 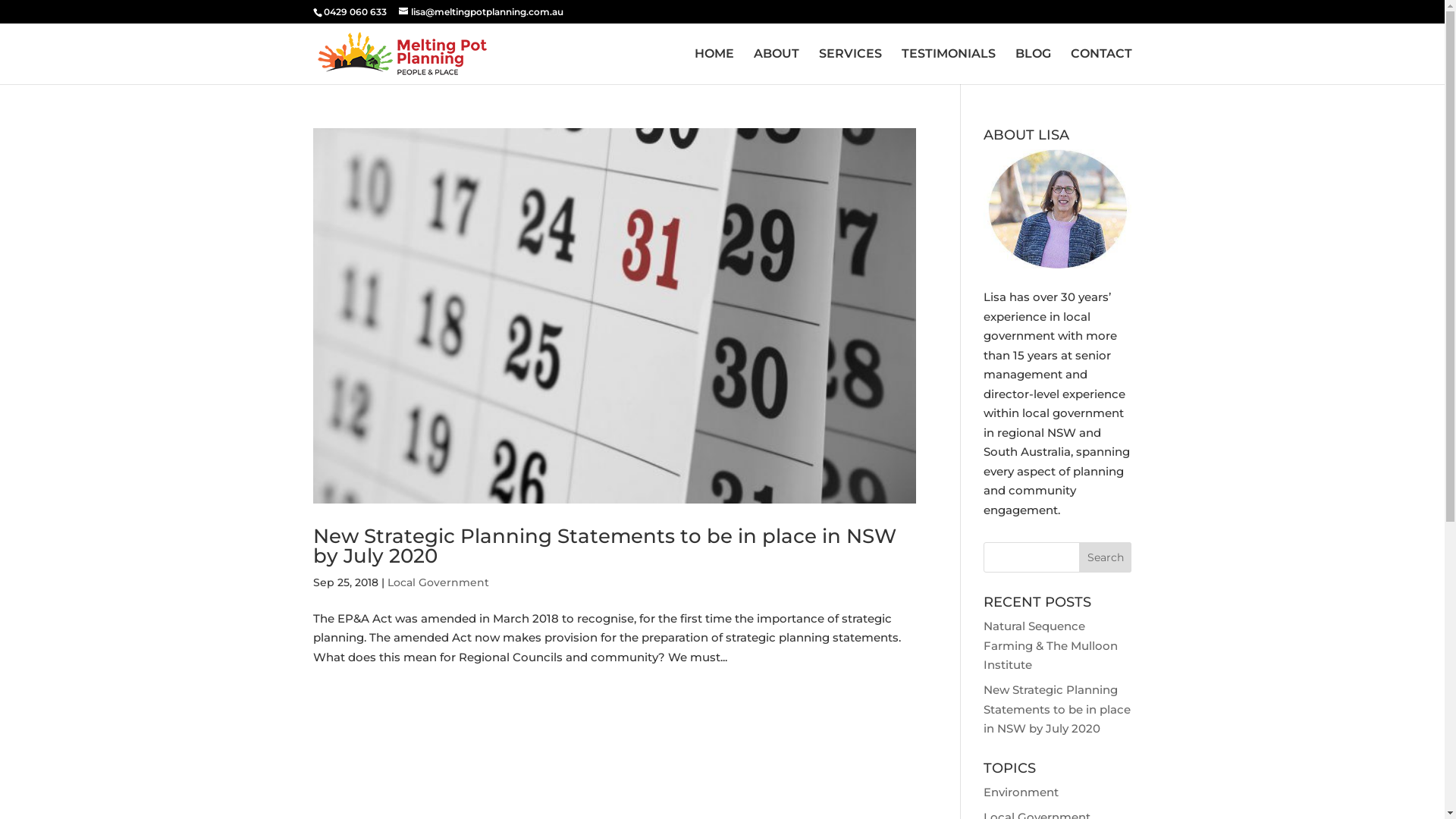 I want to click on 'HOME', so click(x=713, y=65).